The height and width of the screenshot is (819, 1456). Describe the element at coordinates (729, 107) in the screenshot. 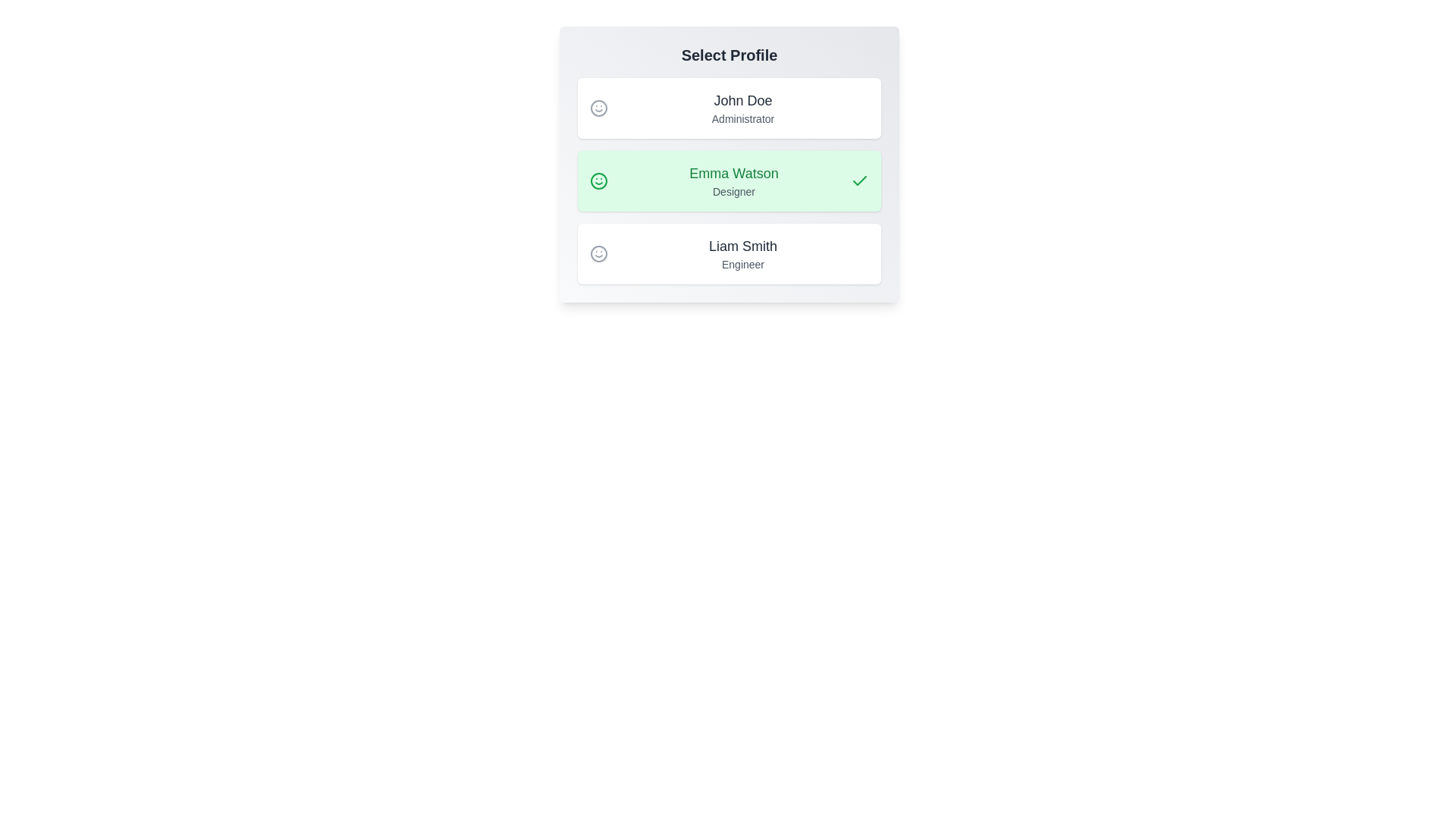

I see `the profile John Doe` at that location.